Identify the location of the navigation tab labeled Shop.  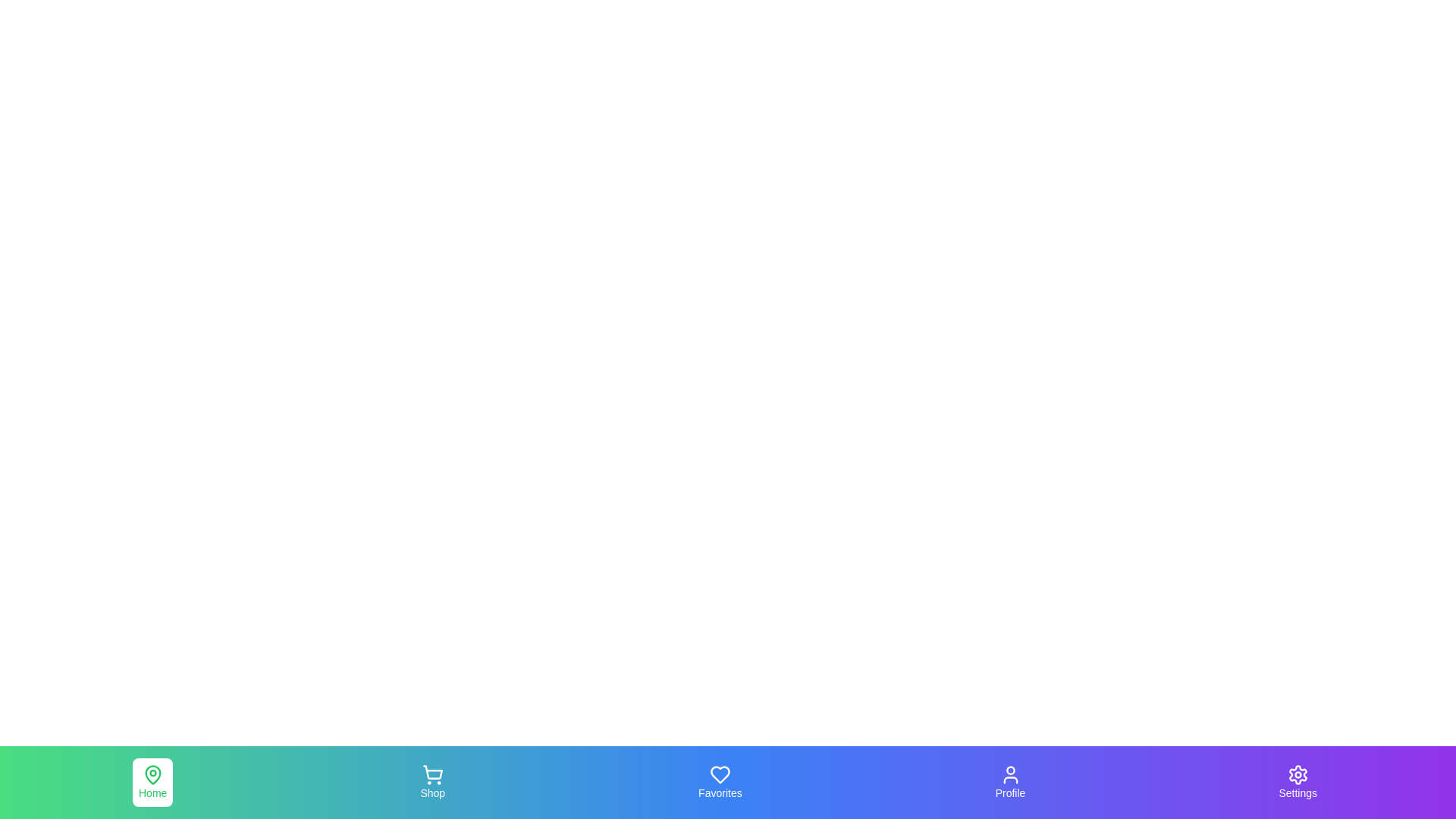
(431, 783).